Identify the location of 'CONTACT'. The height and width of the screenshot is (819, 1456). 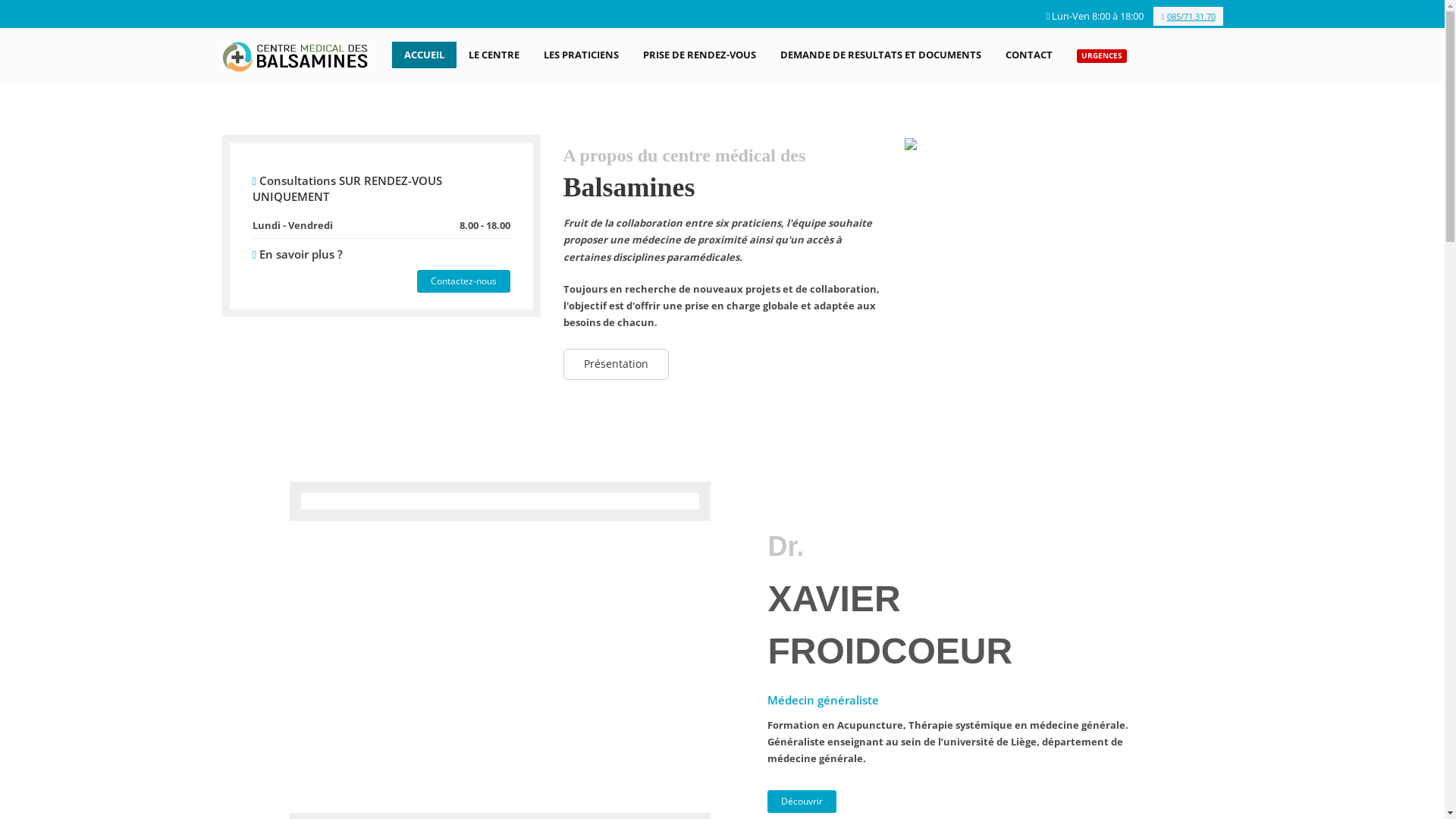
(993, 54).